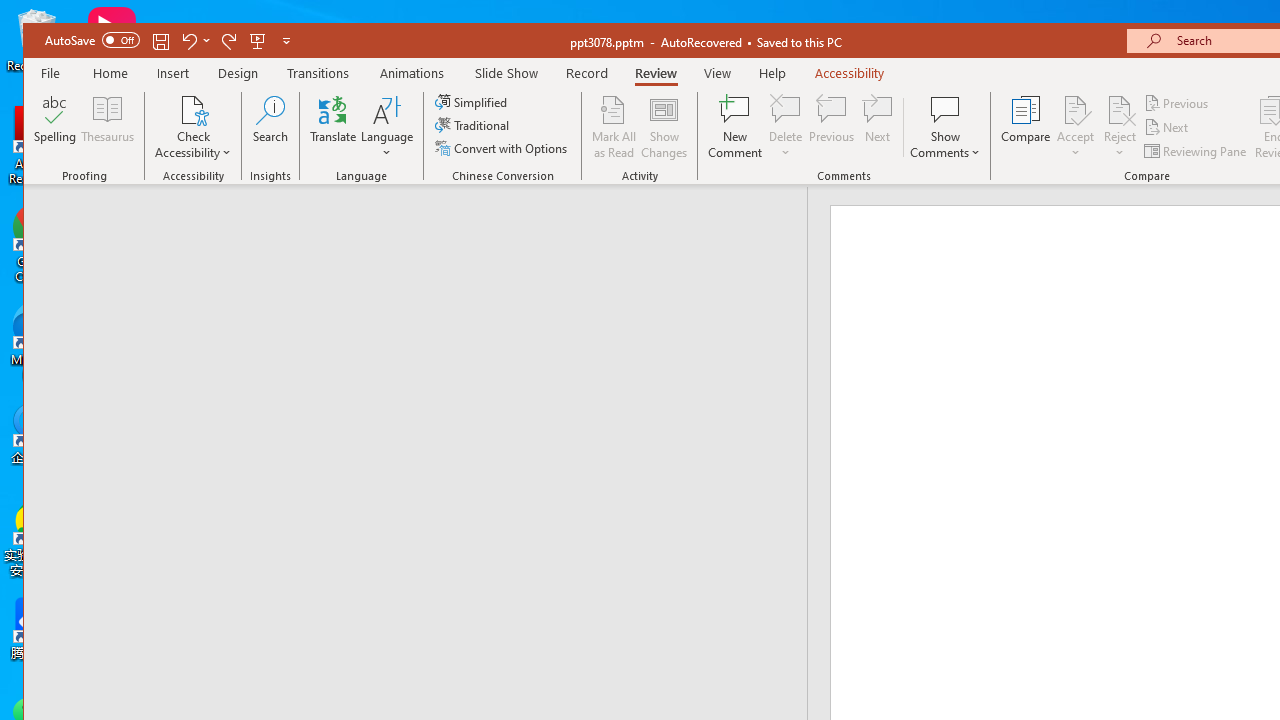 This screenshot has width=1280, height=720. Describe the element at coordinates (472, 102) in the screenshot. I see `'Simplified'` at that location.